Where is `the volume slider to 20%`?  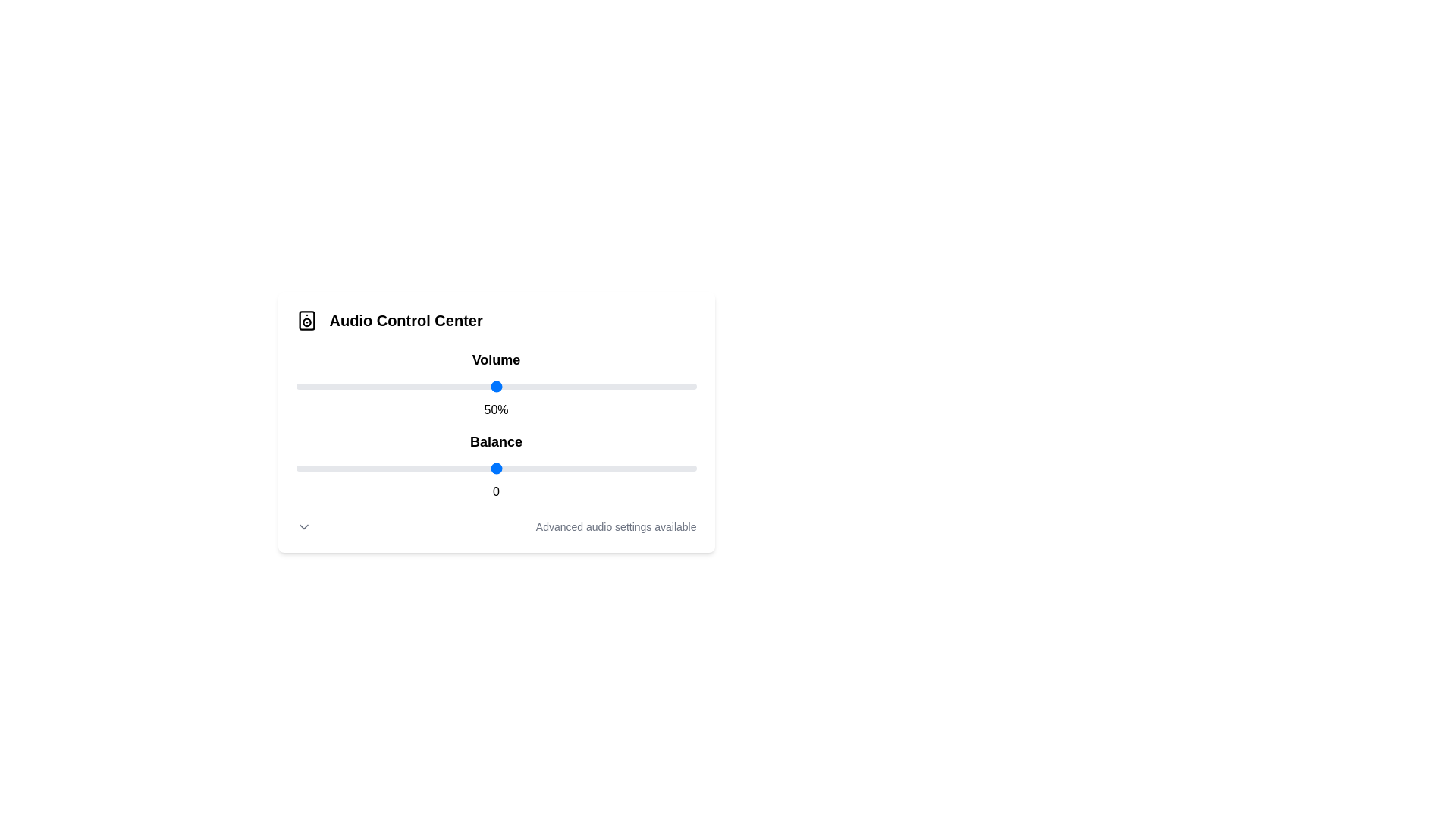 the volume slider to 20% is located at coordinates (376, 385).